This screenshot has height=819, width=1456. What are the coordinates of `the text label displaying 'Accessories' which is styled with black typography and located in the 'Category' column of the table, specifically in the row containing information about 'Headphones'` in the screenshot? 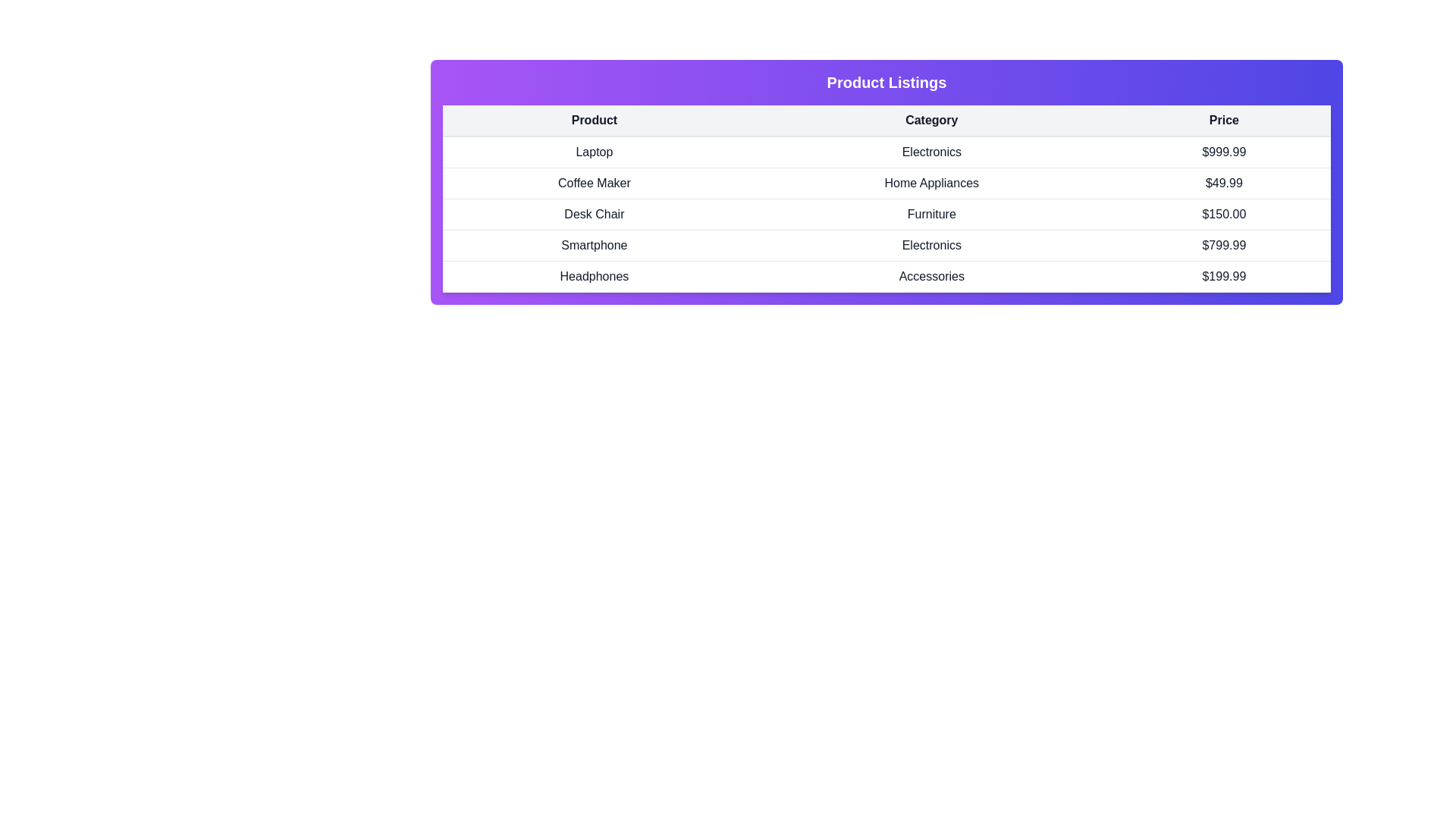 It's located at (930, 277).